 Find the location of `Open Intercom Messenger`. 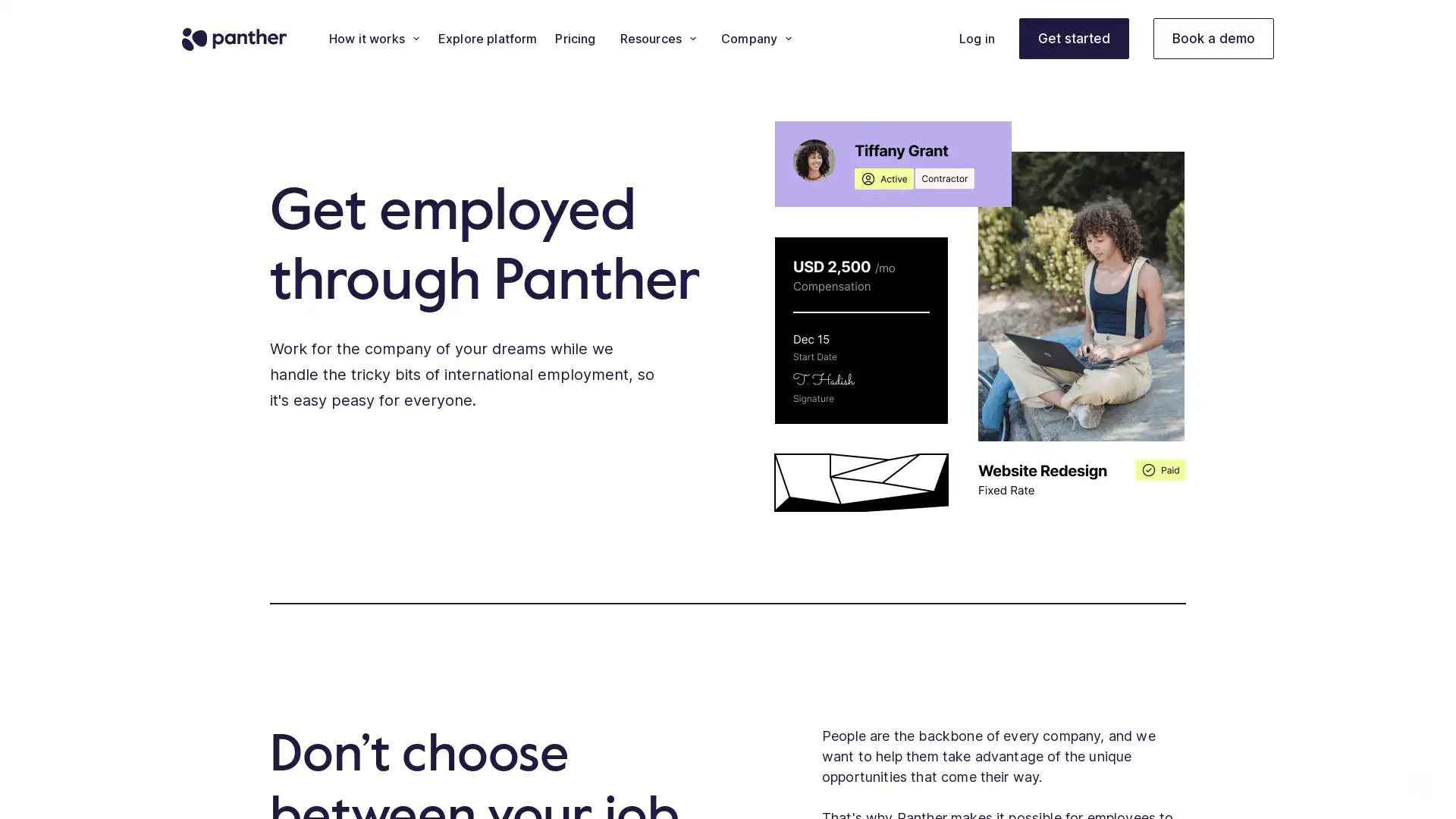

Open Intercom Messenger is located at coordinates (1417, 780).